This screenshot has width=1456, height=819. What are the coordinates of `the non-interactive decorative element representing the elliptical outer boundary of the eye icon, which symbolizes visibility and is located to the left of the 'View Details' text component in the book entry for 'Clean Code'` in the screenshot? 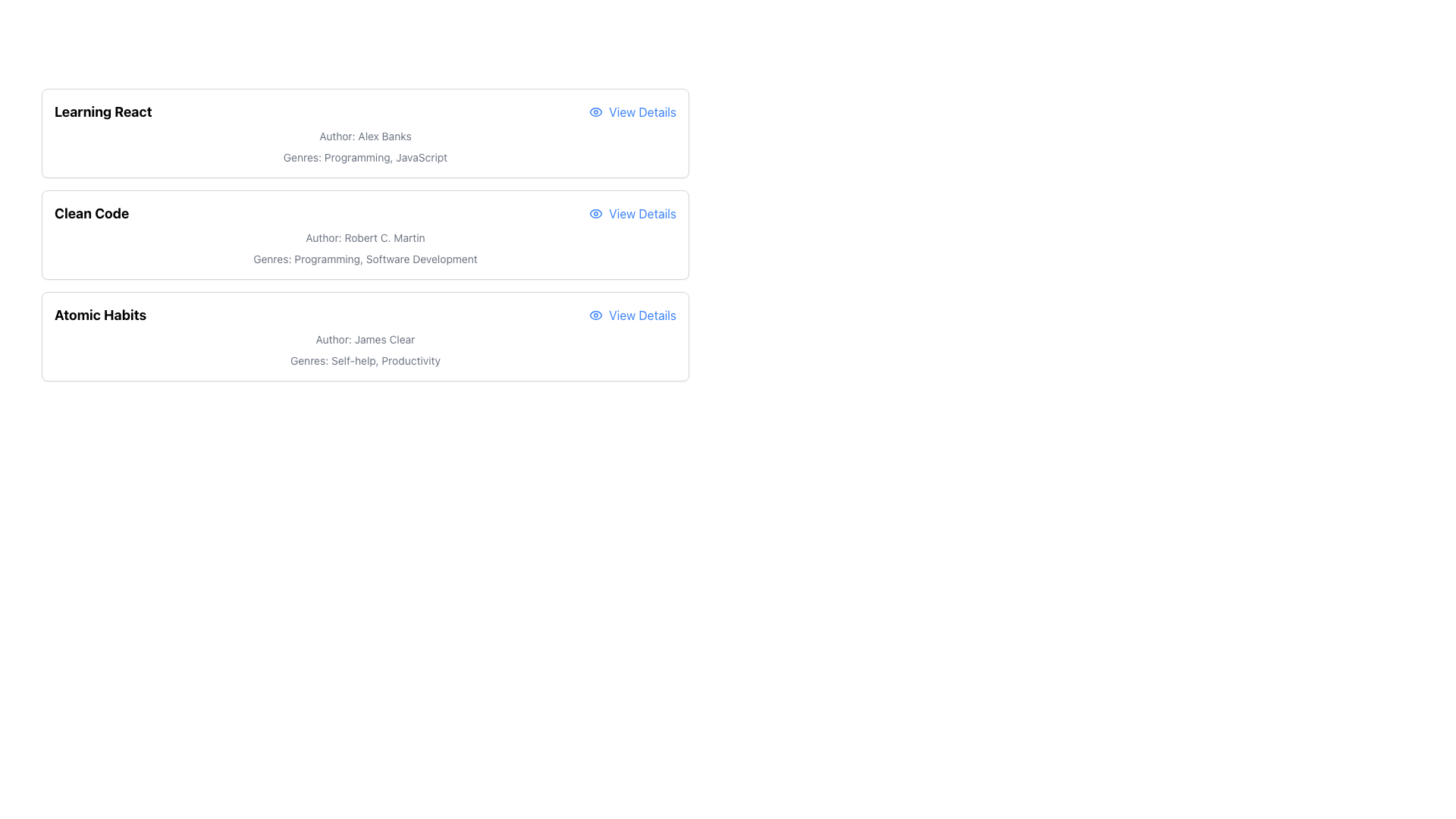 It's located at (595, 111).